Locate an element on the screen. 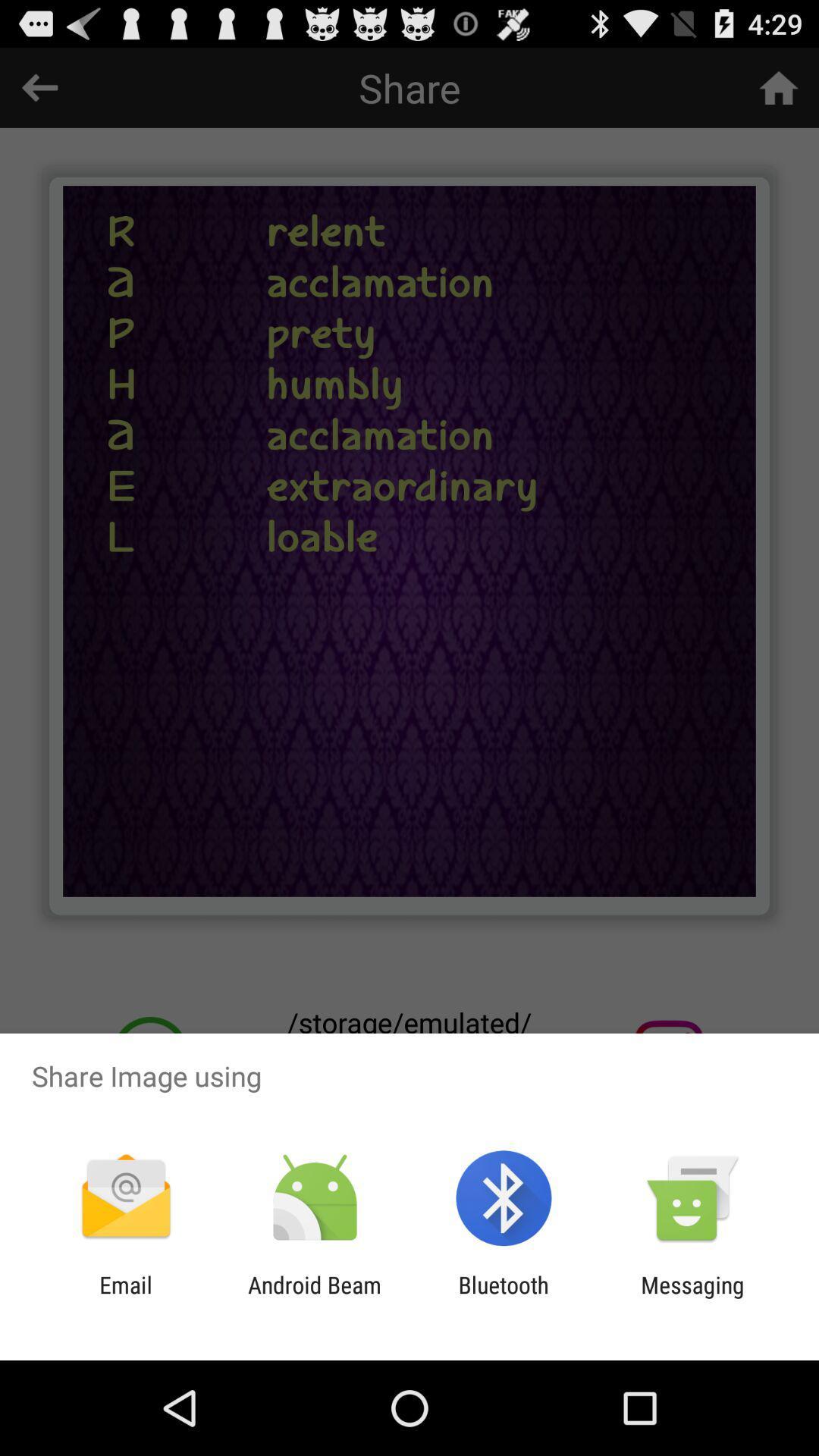 This screenshot has height=1456, width=819. the bluetooth icon is located at coordinates (504, 1298).